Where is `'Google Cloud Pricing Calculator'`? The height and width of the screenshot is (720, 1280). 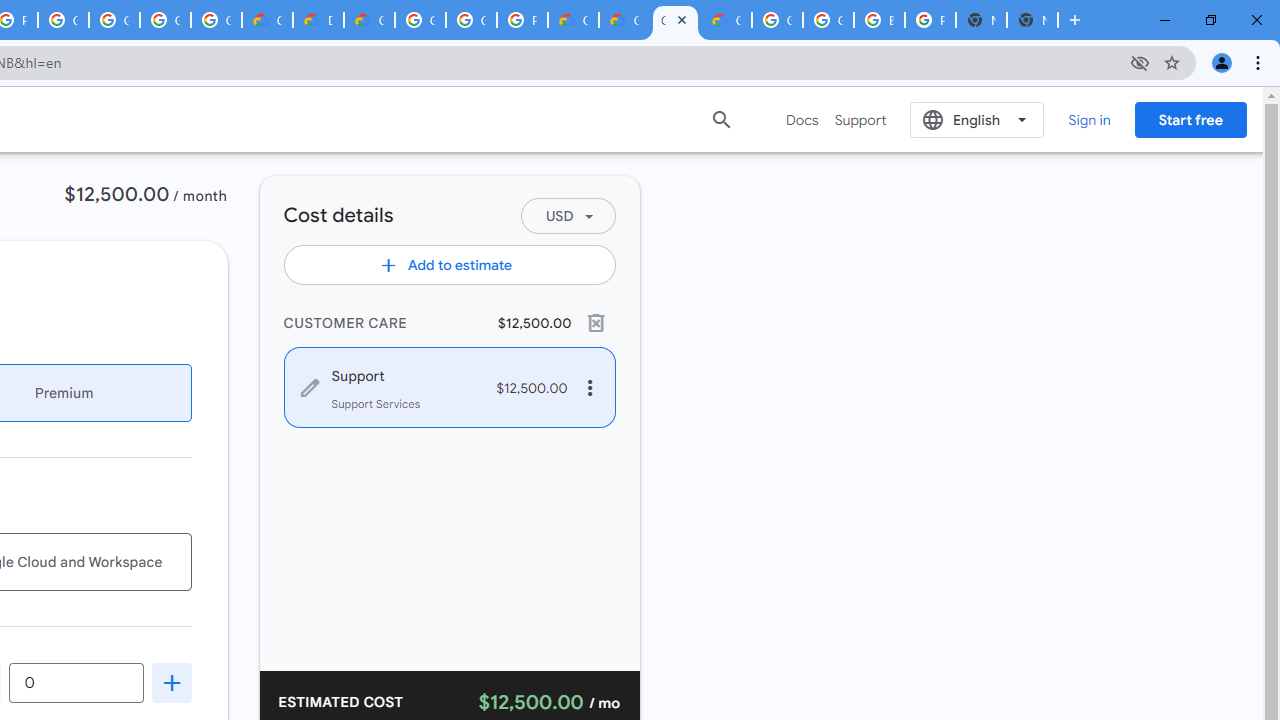
'Google Cloud Pricing Calculator' is located at coordinates (675, 20).